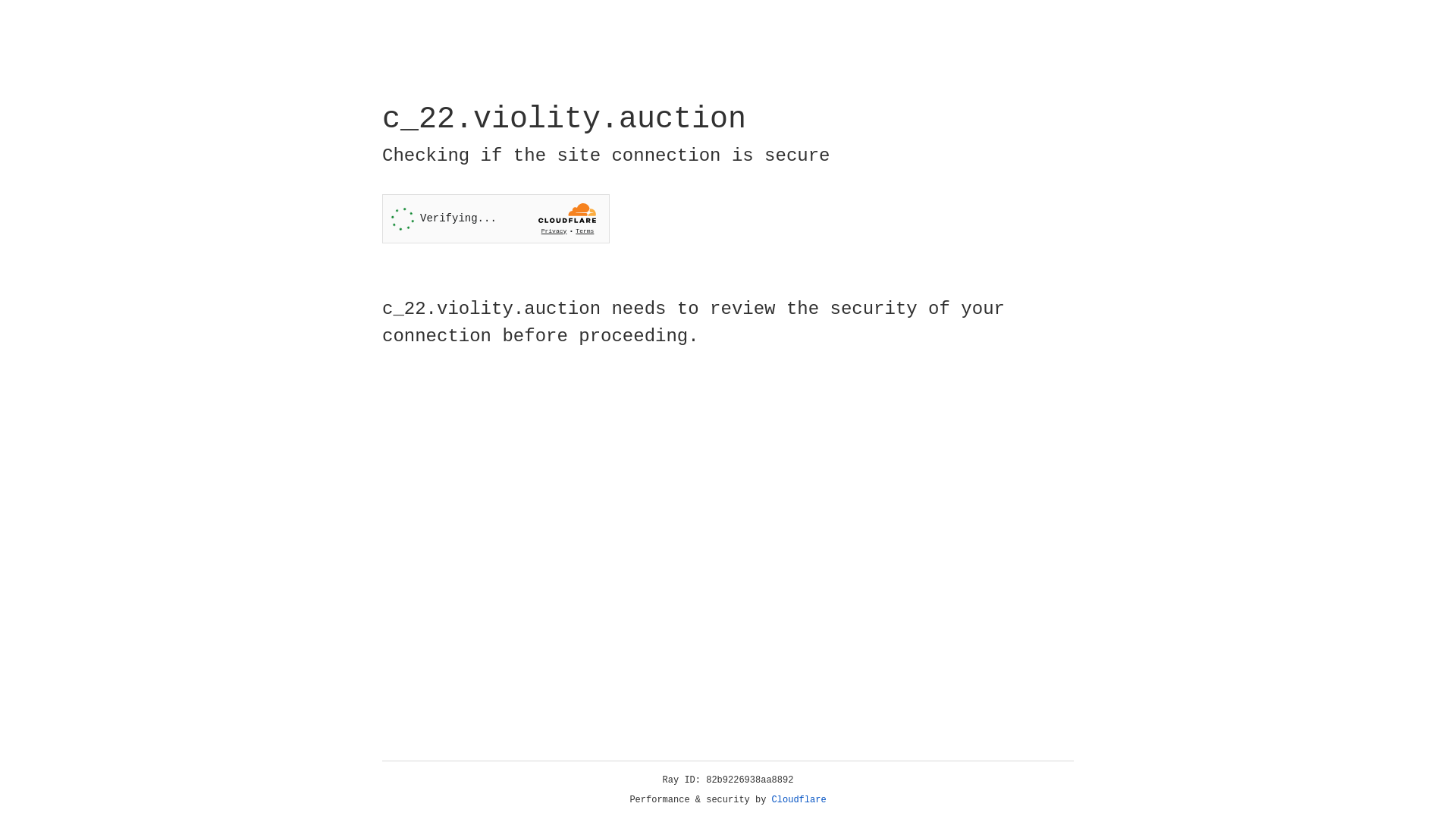 The height and width of the screenshot is (819, 1456). I want to click on 'Widget containing a Cloudflare security challenge', so click(495, 218).